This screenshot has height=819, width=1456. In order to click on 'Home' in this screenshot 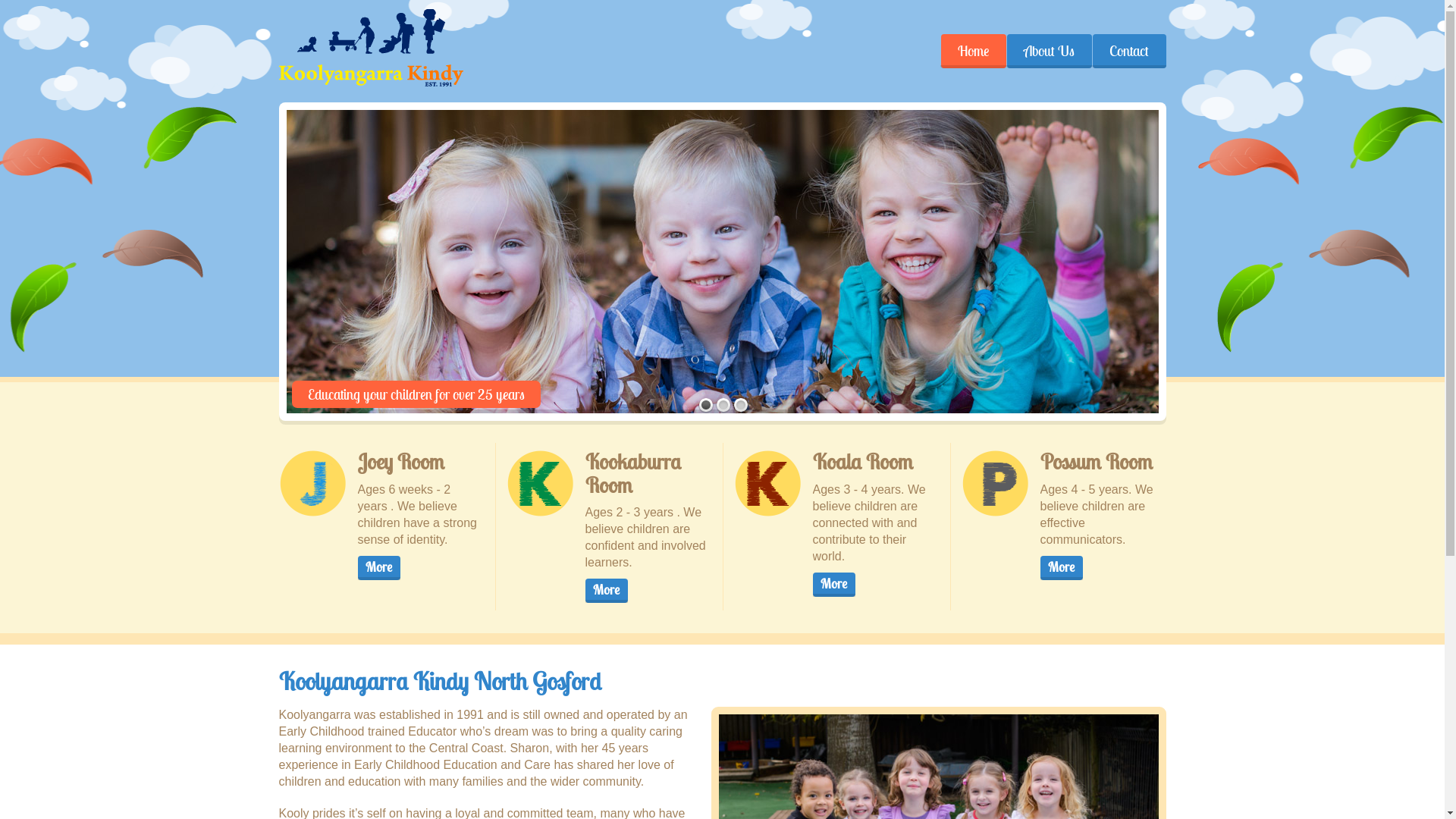, I will do `click(973, 50)`.